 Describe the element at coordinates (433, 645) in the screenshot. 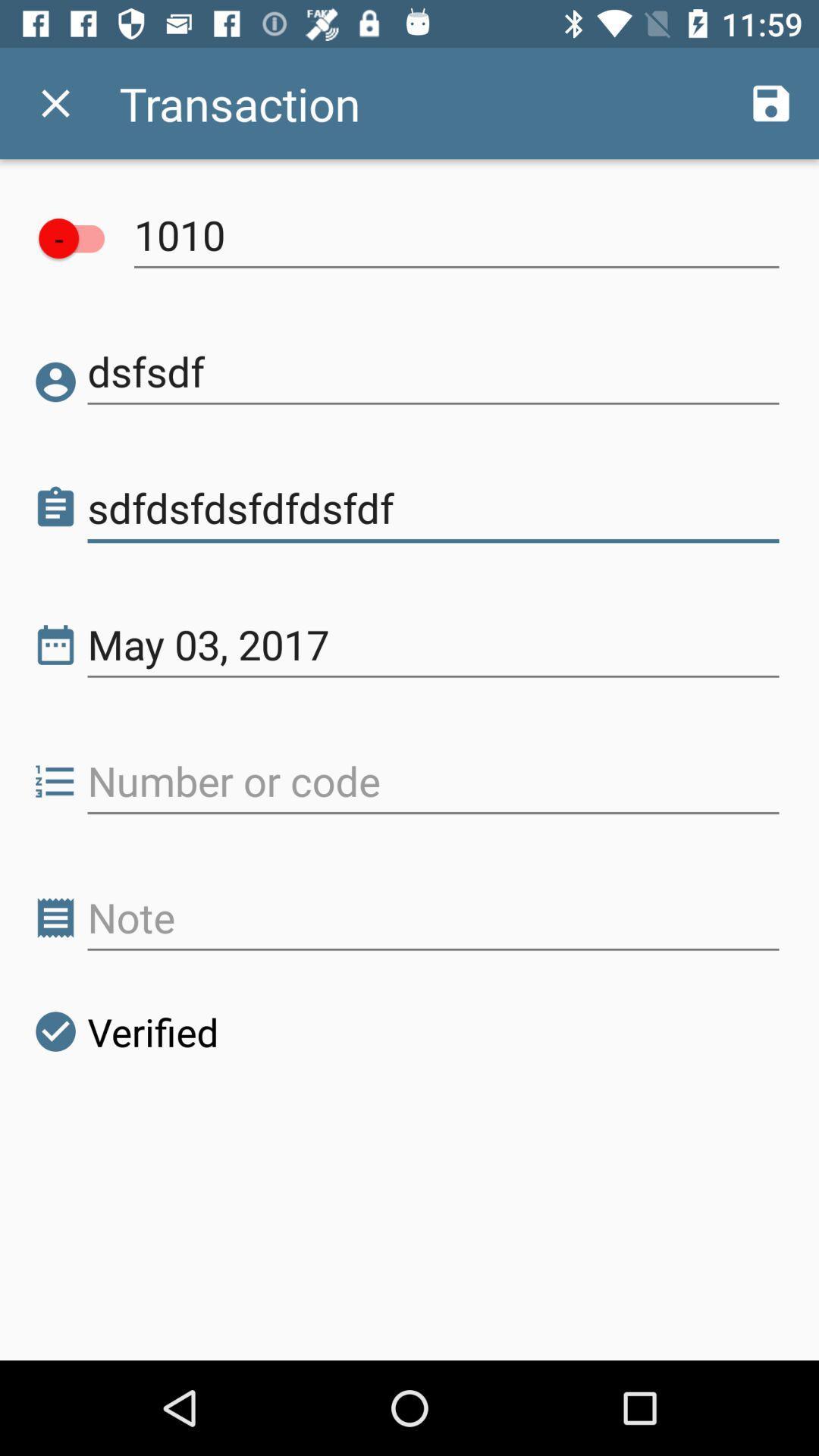

I see `the may 03, 2017` at that location.